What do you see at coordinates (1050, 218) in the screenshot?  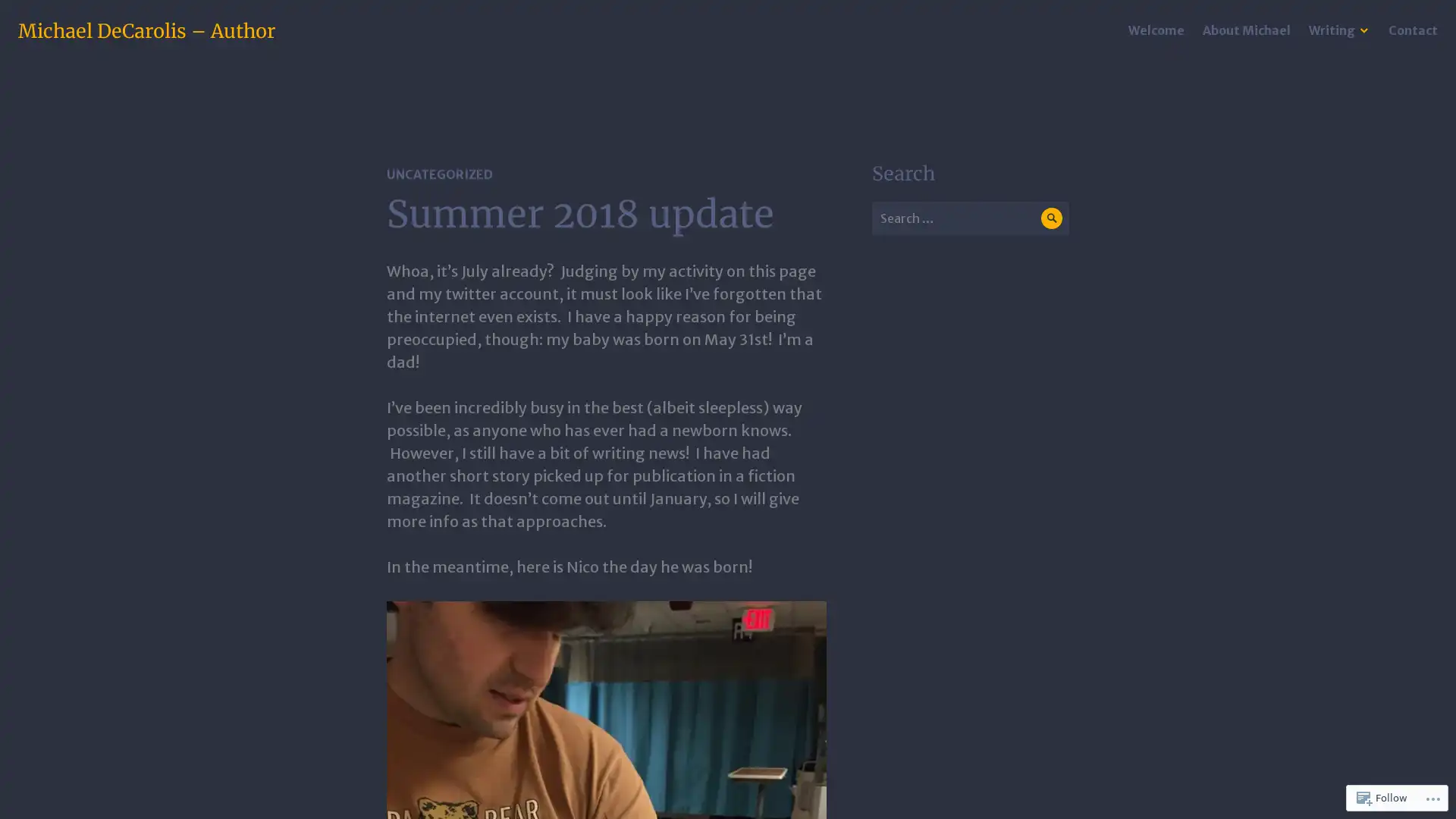 I see `Search` at bounding box center [1050, 218].